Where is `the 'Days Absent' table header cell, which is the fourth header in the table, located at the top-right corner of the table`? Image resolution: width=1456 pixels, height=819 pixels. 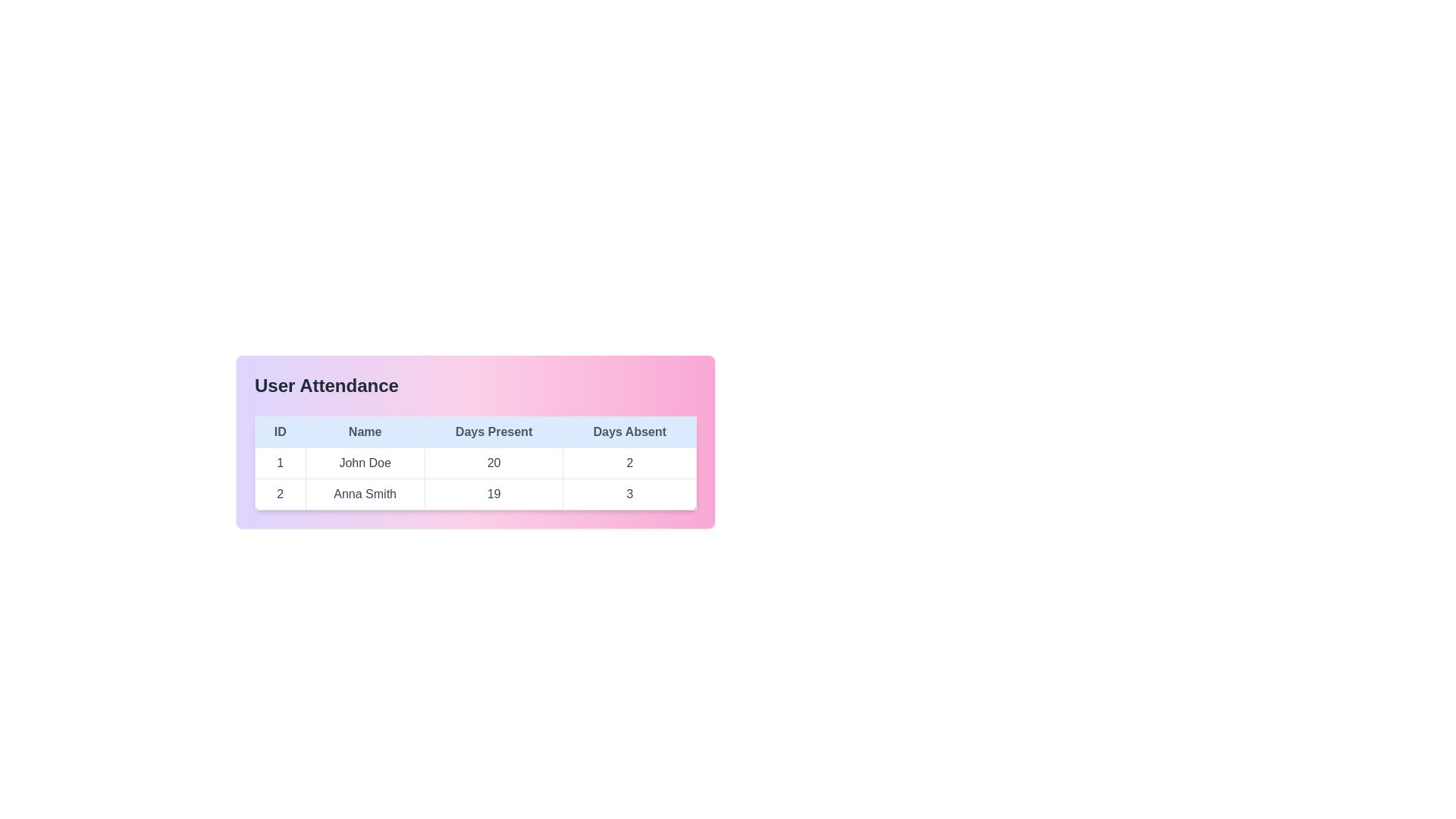
the 'Days Absent' table header cell, which is the fourth header in the table, located at the top-right corner of the table is located at coordinates (629, 432).